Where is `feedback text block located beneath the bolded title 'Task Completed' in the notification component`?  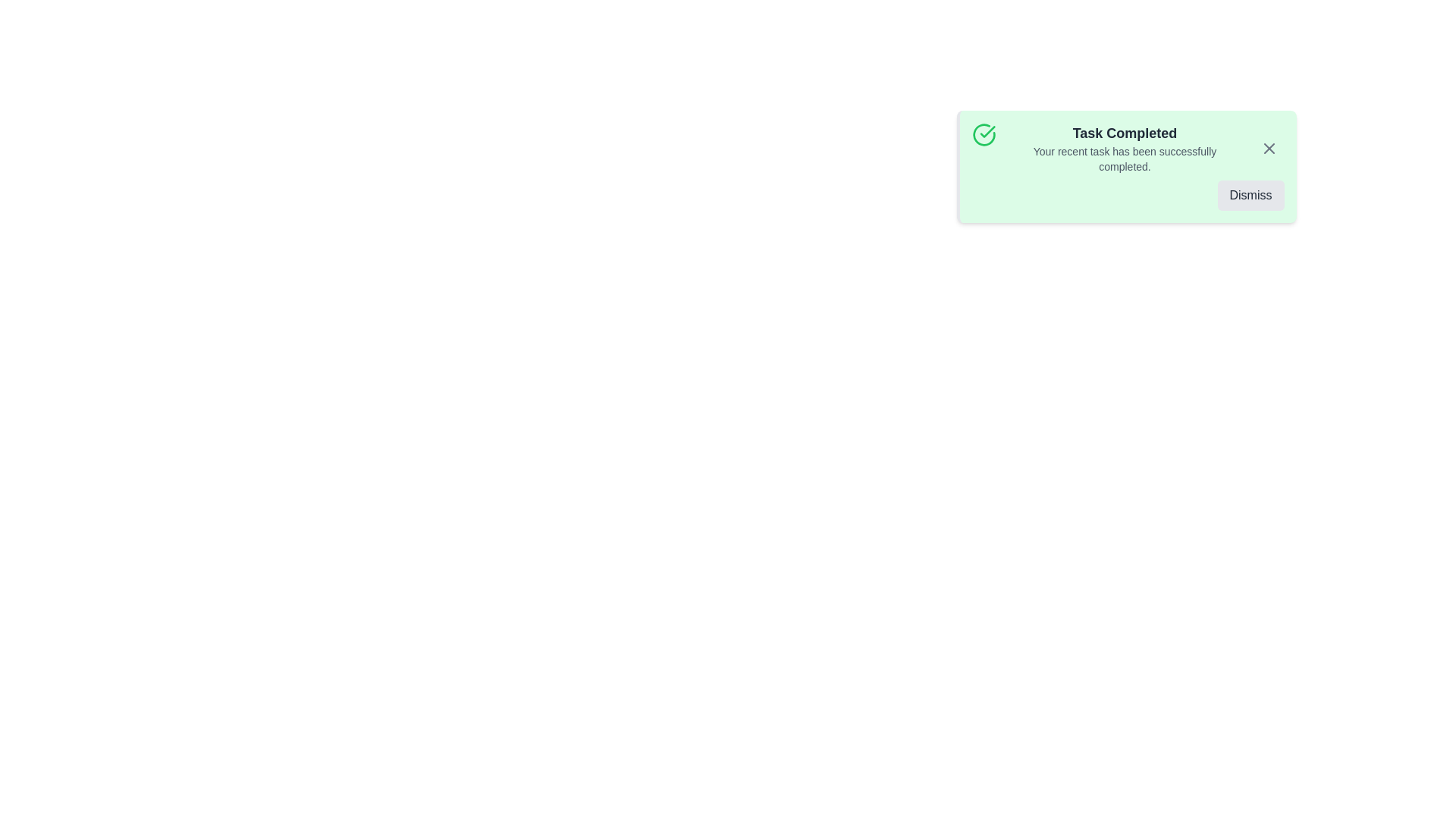 feedback text block located beneath the bolded title 'Task Completed' in the notification component is located at coordinates (1125, 158).